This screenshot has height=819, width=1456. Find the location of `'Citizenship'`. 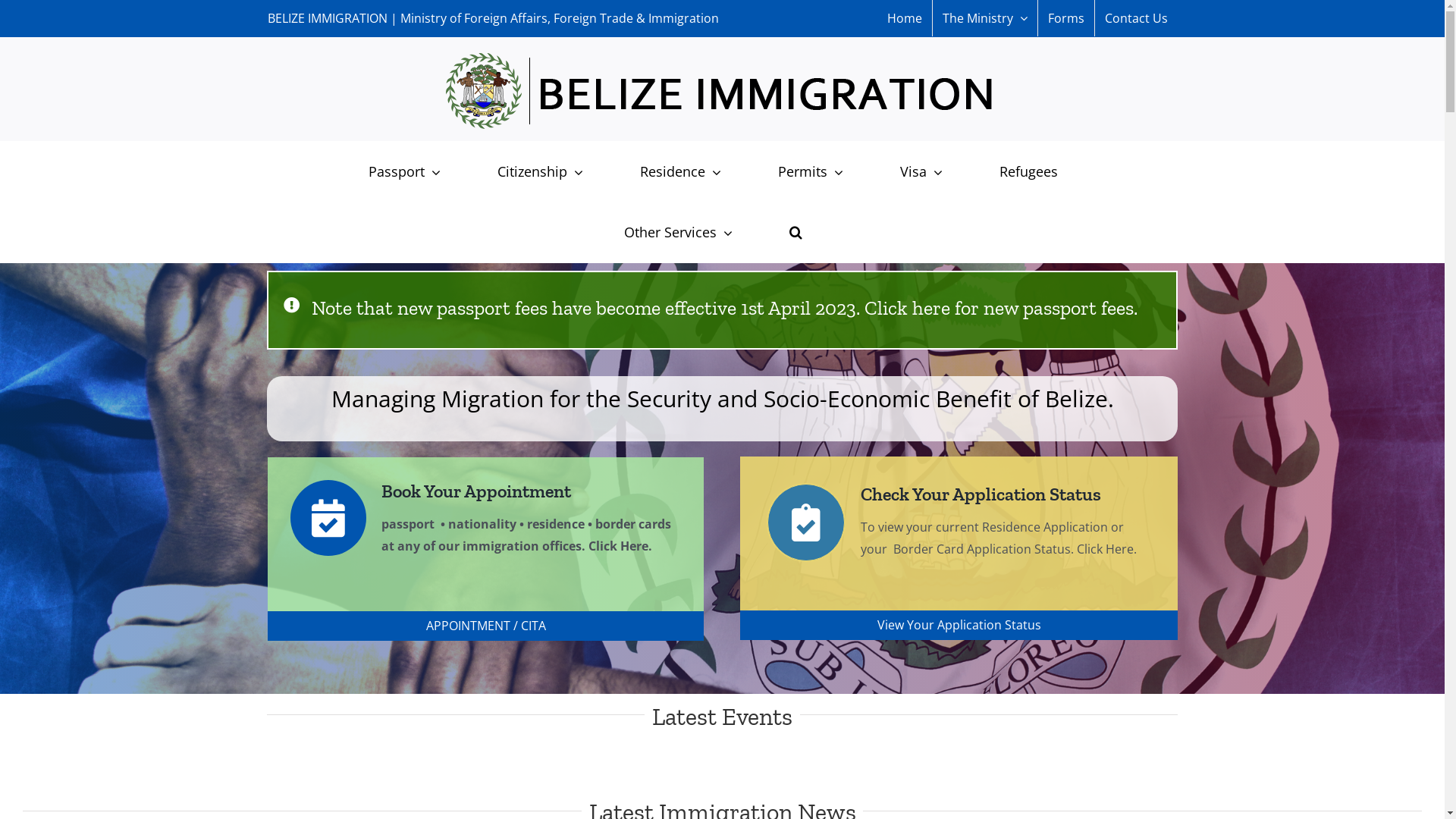

'Citizenship' is located at coordinates (539, 171).